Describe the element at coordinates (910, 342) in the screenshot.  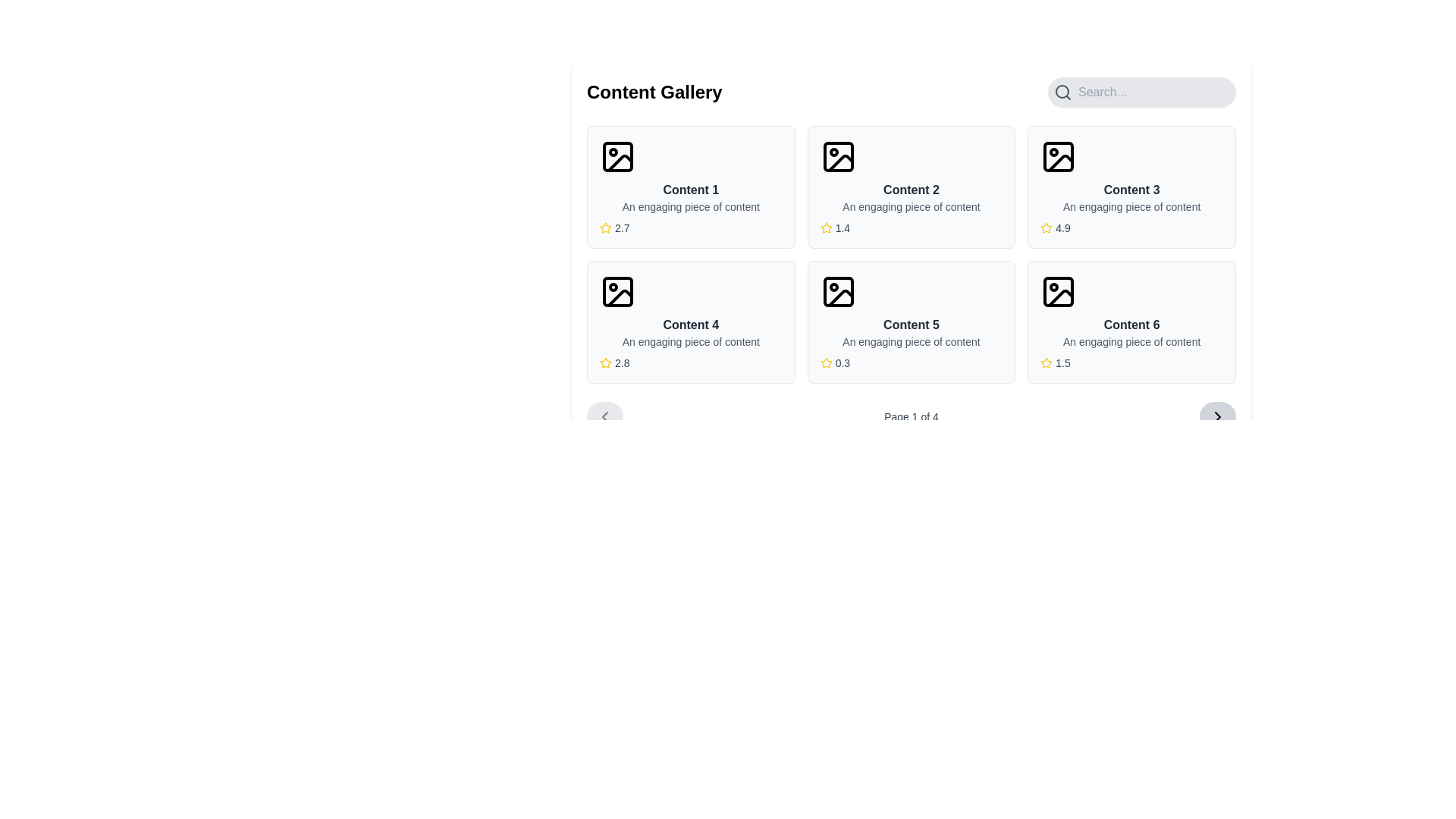
I see `the text snippet reading 'An engaging piece of content' located within the fifth content card, below the title 'Content 5'` at that location.